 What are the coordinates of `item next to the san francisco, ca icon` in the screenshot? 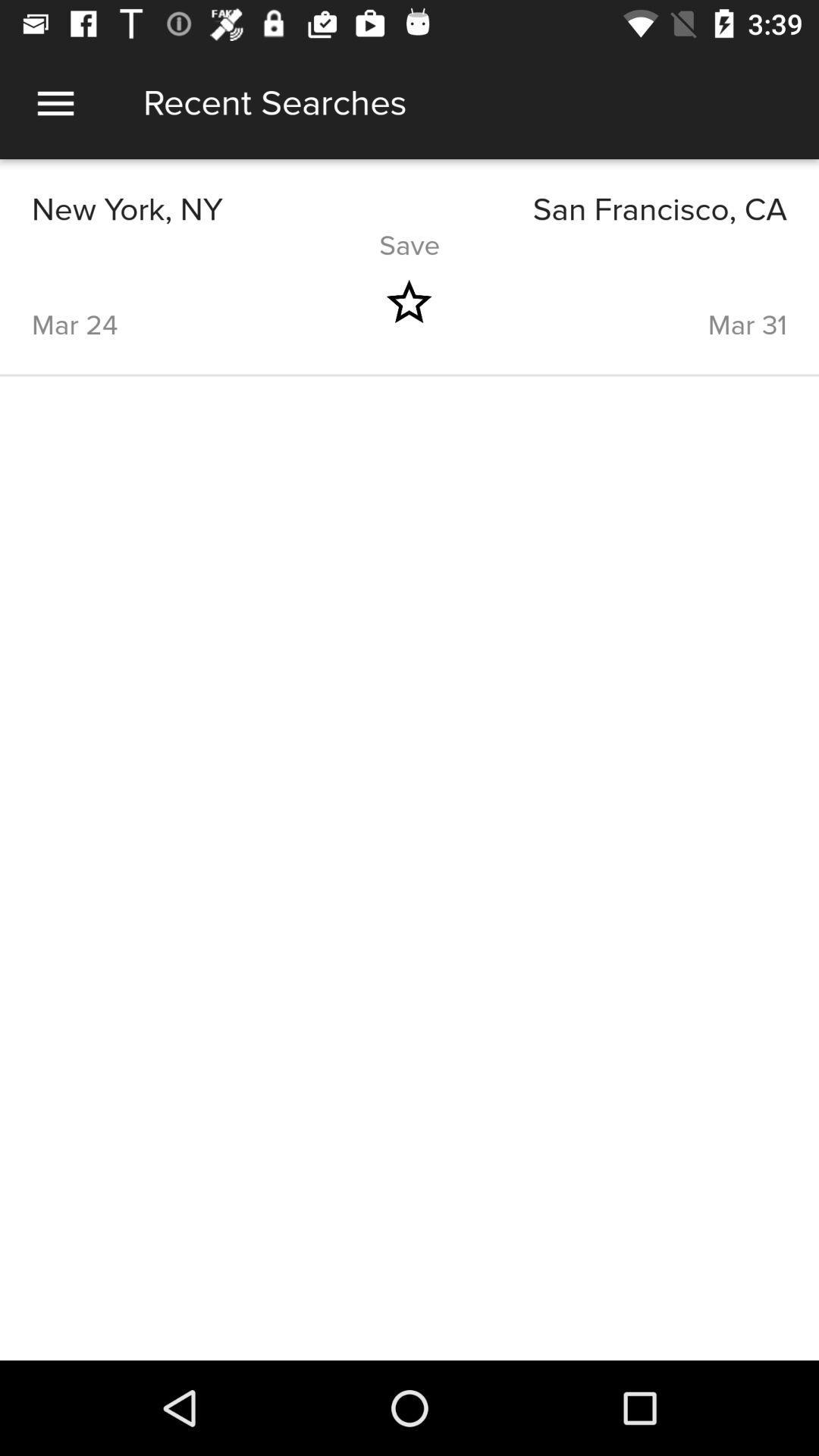 It's located at (220, 209).